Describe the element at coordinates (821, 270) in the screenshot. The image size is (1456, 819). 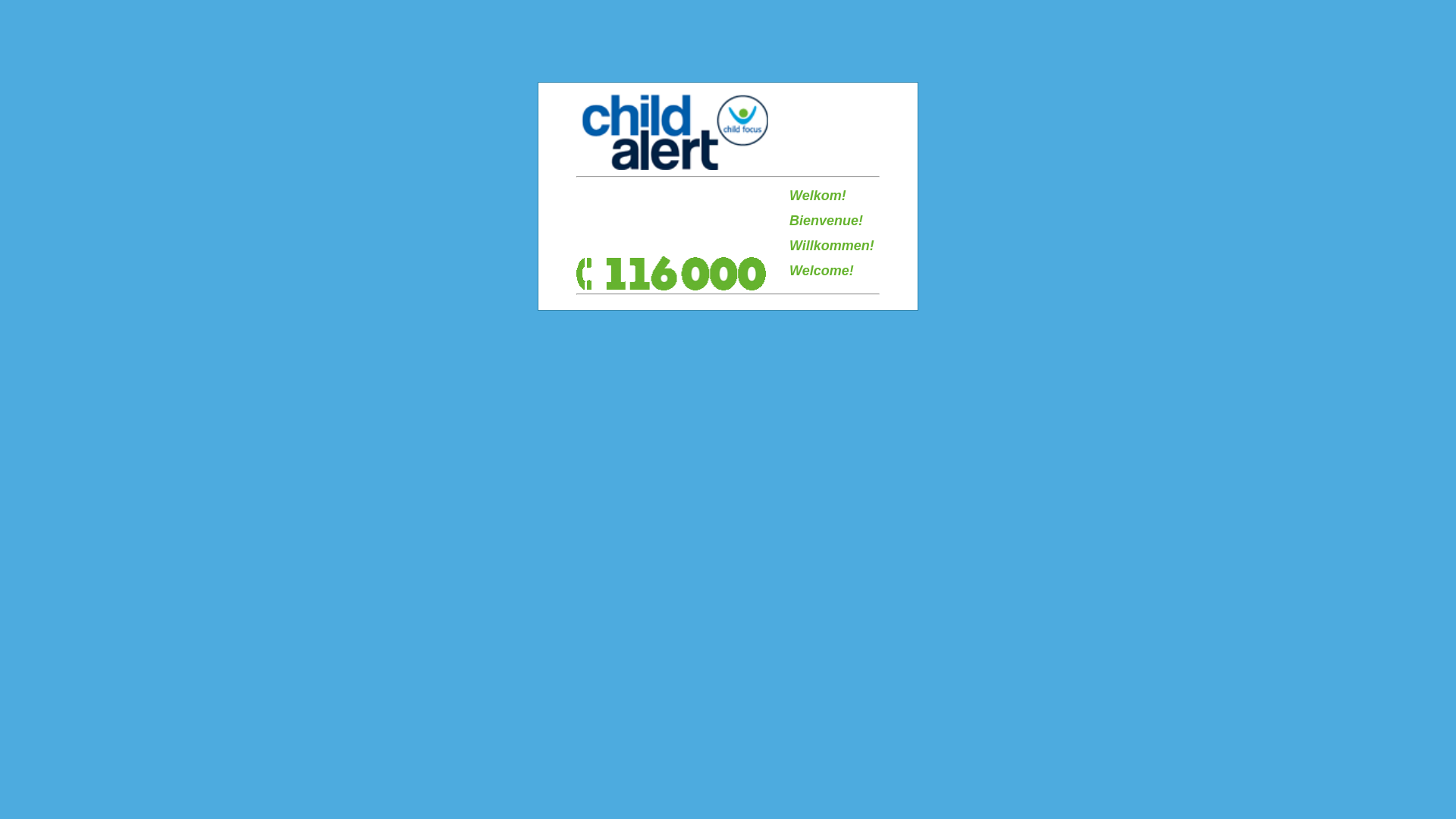
I see `'Welcome!'` at that location.